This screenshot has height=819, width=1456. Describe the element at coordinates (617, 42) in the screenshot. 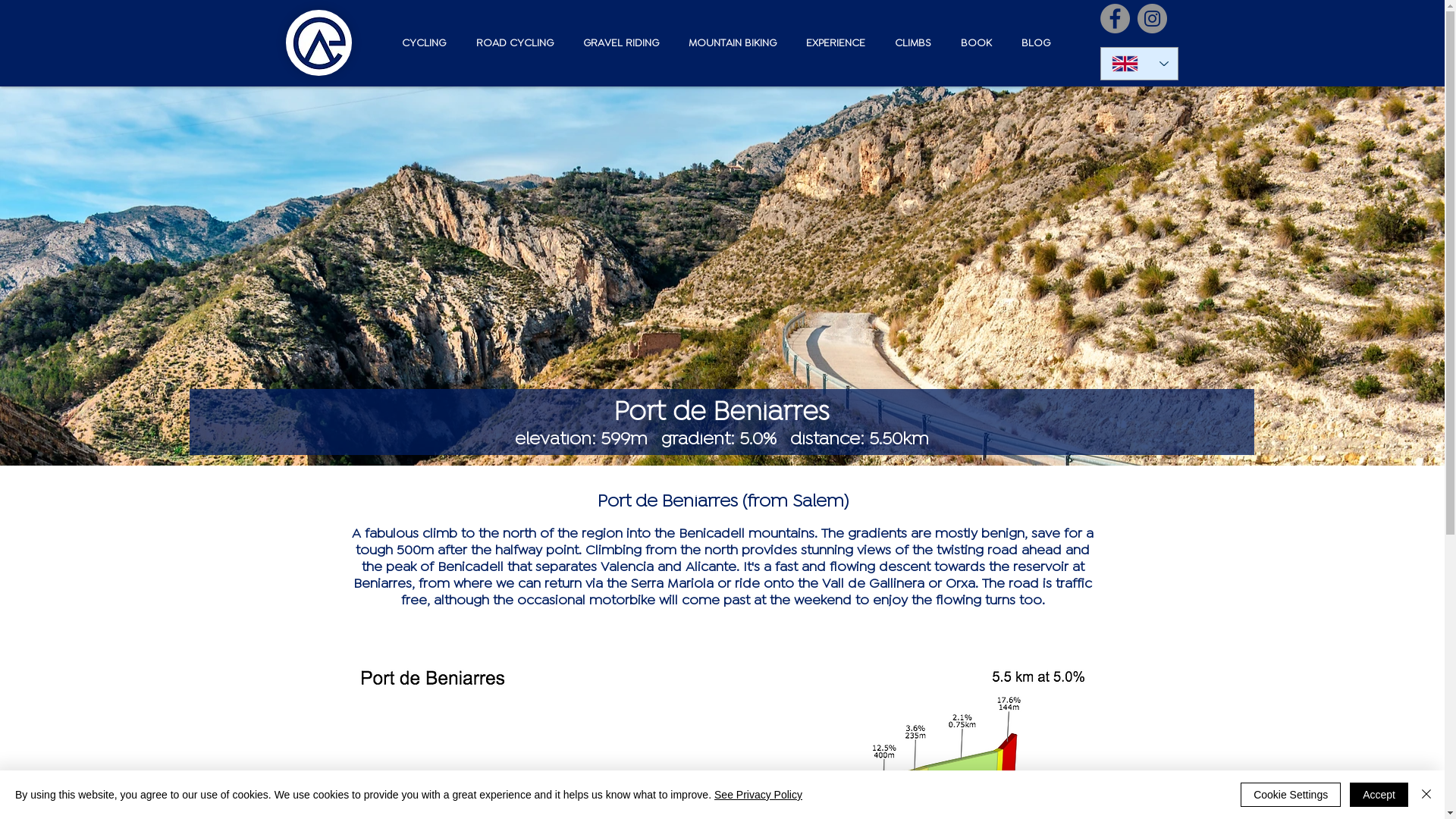

I see `'GRAVEL RIDING'` at that location.